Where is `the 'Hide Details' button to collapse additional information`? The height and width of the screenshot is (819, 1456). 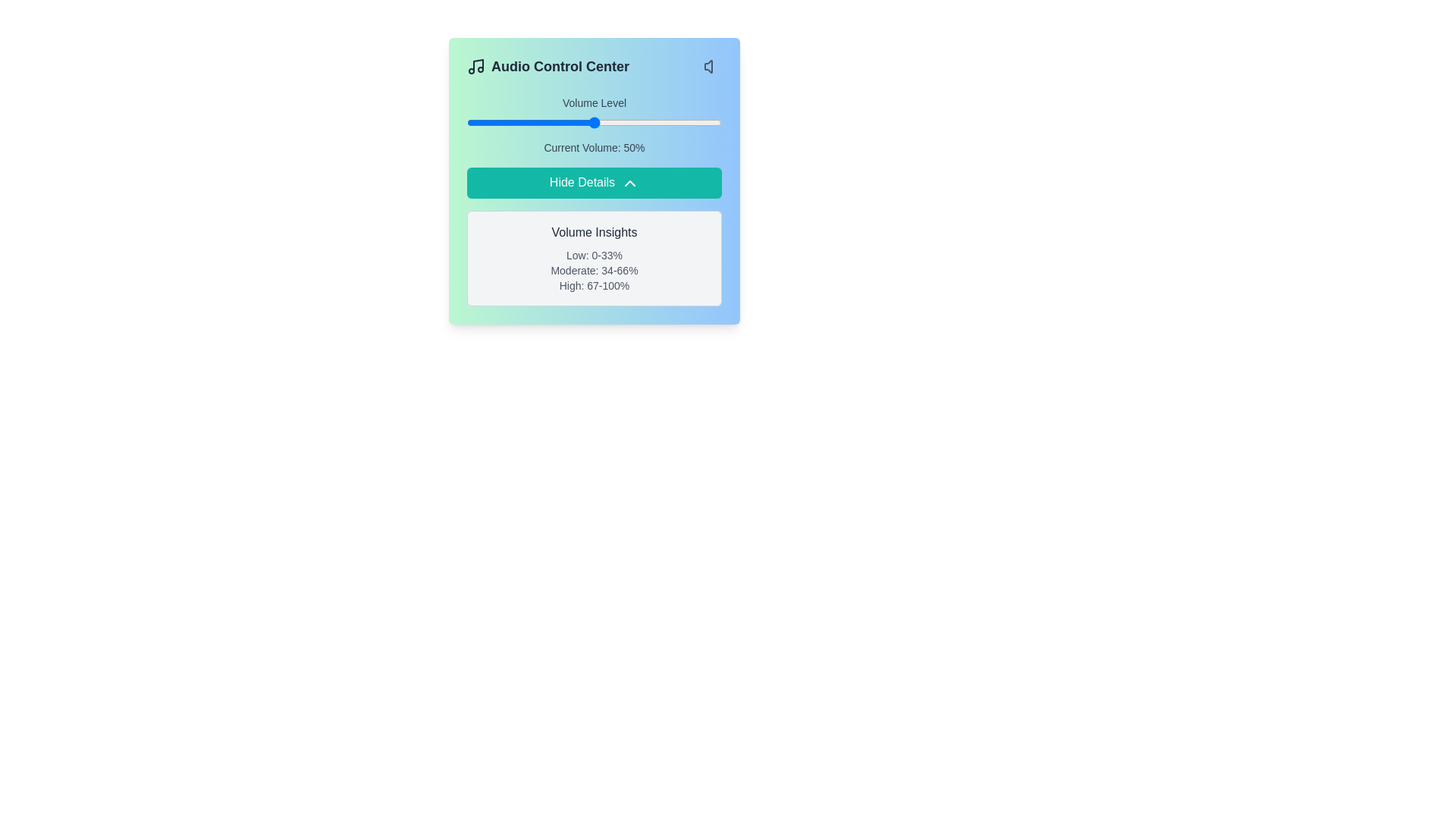 the 'Hide Details' button to collapse additional information is located at coordinates (593, 181).